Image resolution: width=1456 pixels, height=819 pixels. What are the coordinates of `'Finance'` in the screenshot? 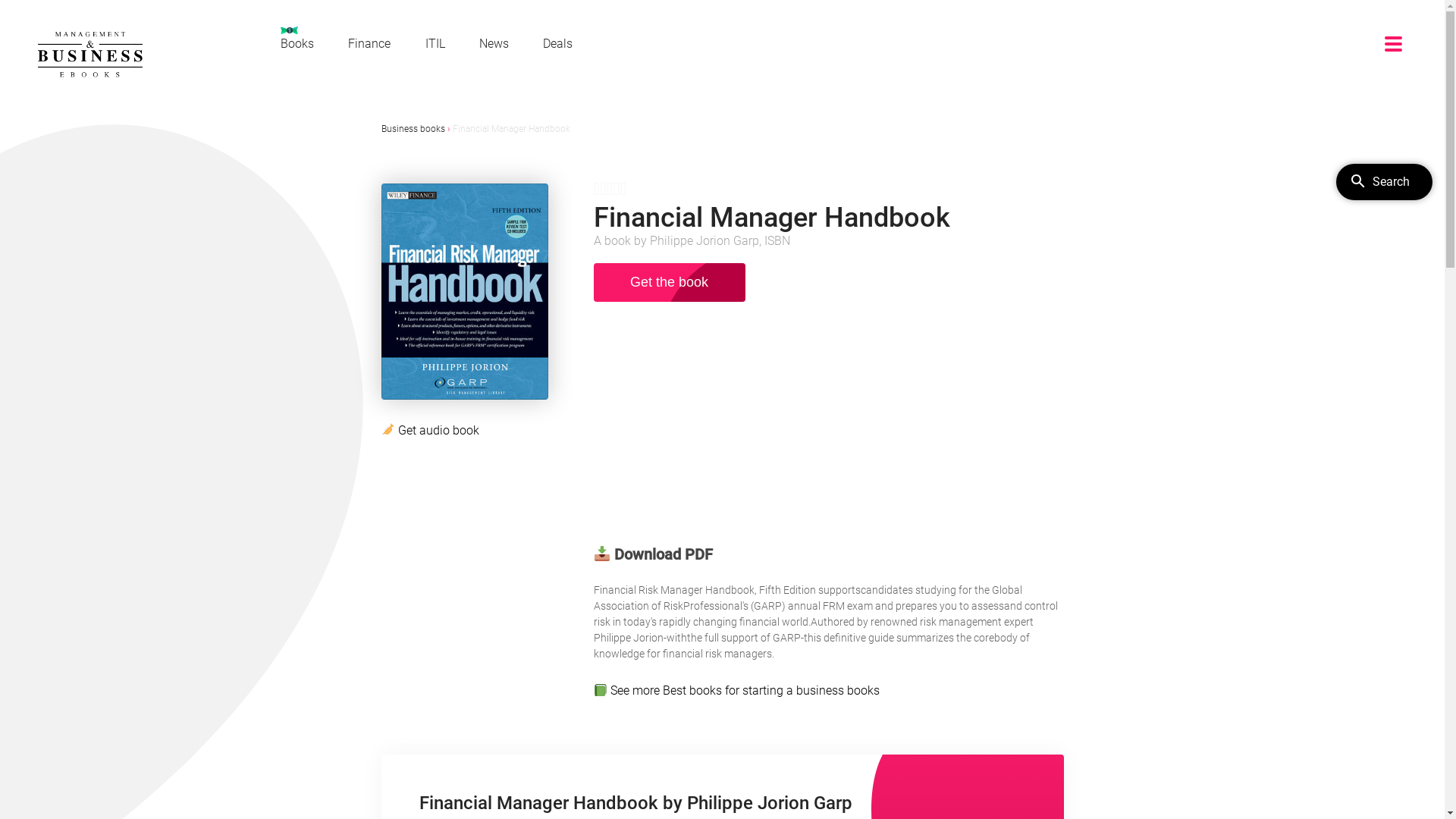 It's located at (369, 42).